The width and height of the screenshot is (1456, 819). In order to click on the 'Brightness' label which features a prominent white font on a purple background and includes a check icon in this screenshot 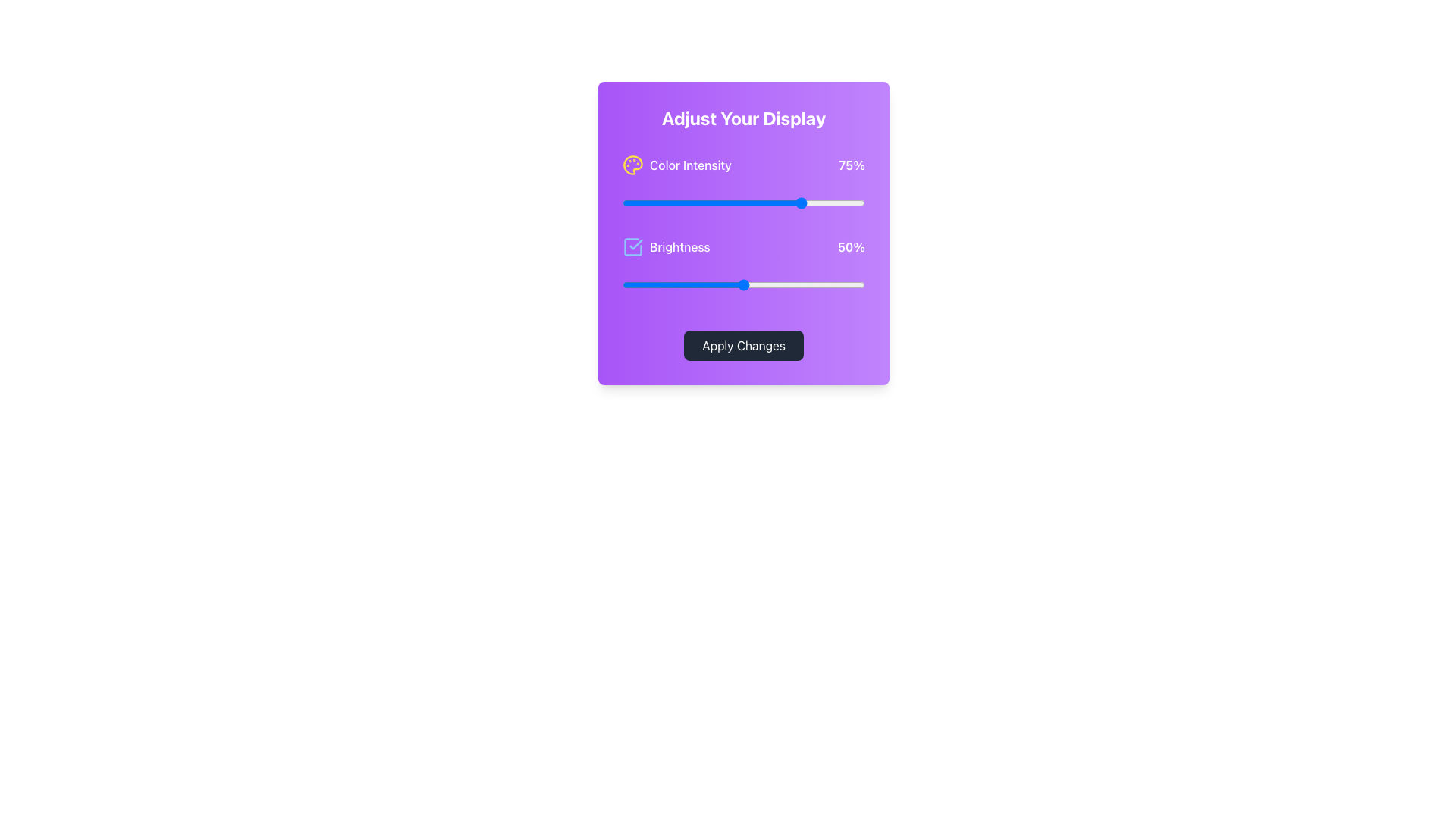, I will do `click(666, 246)`.